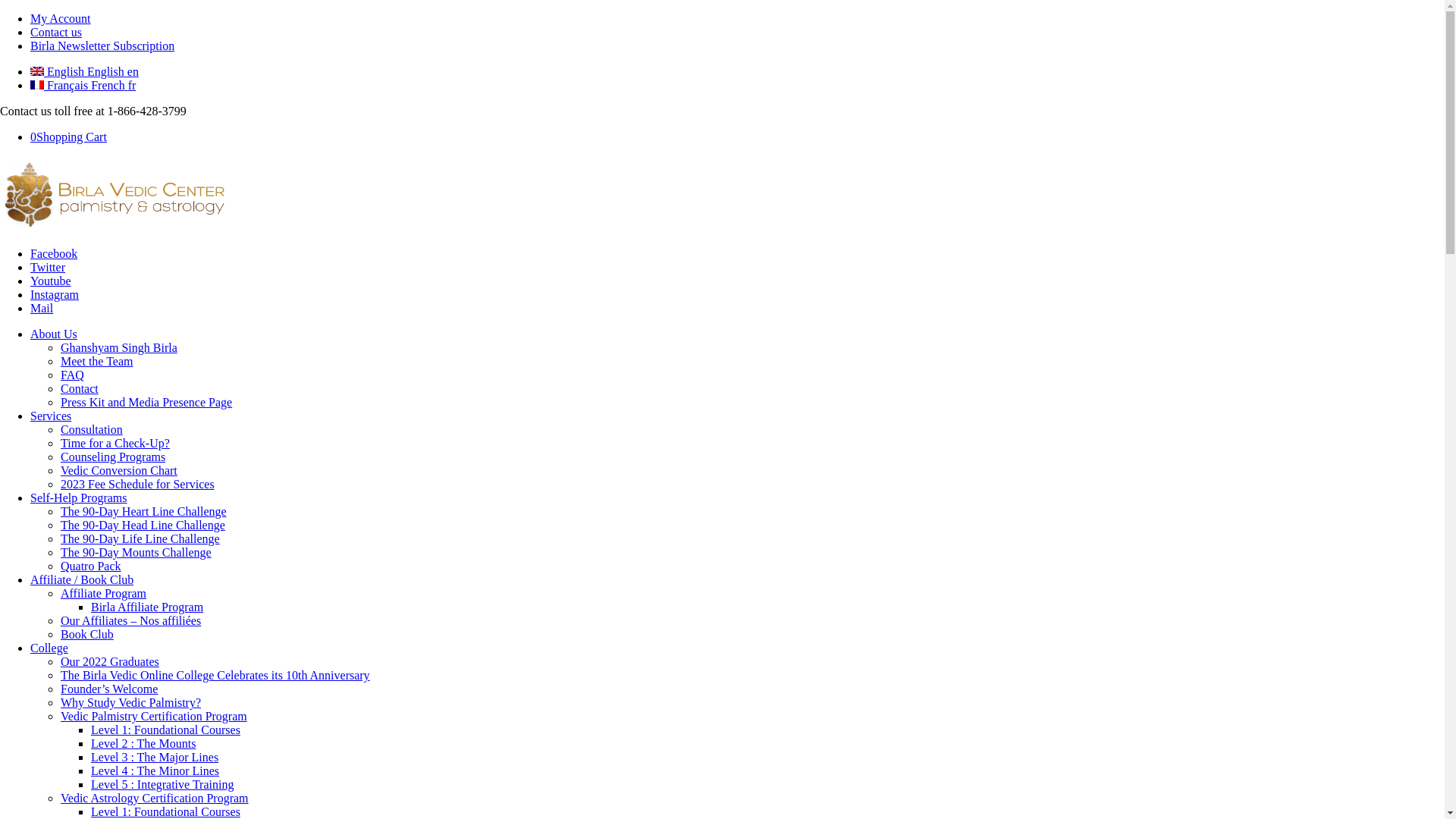 The width and height of the screenshot is (1456, 819). I want to click on 'Birla Affiliate Program', so click(90, 606).